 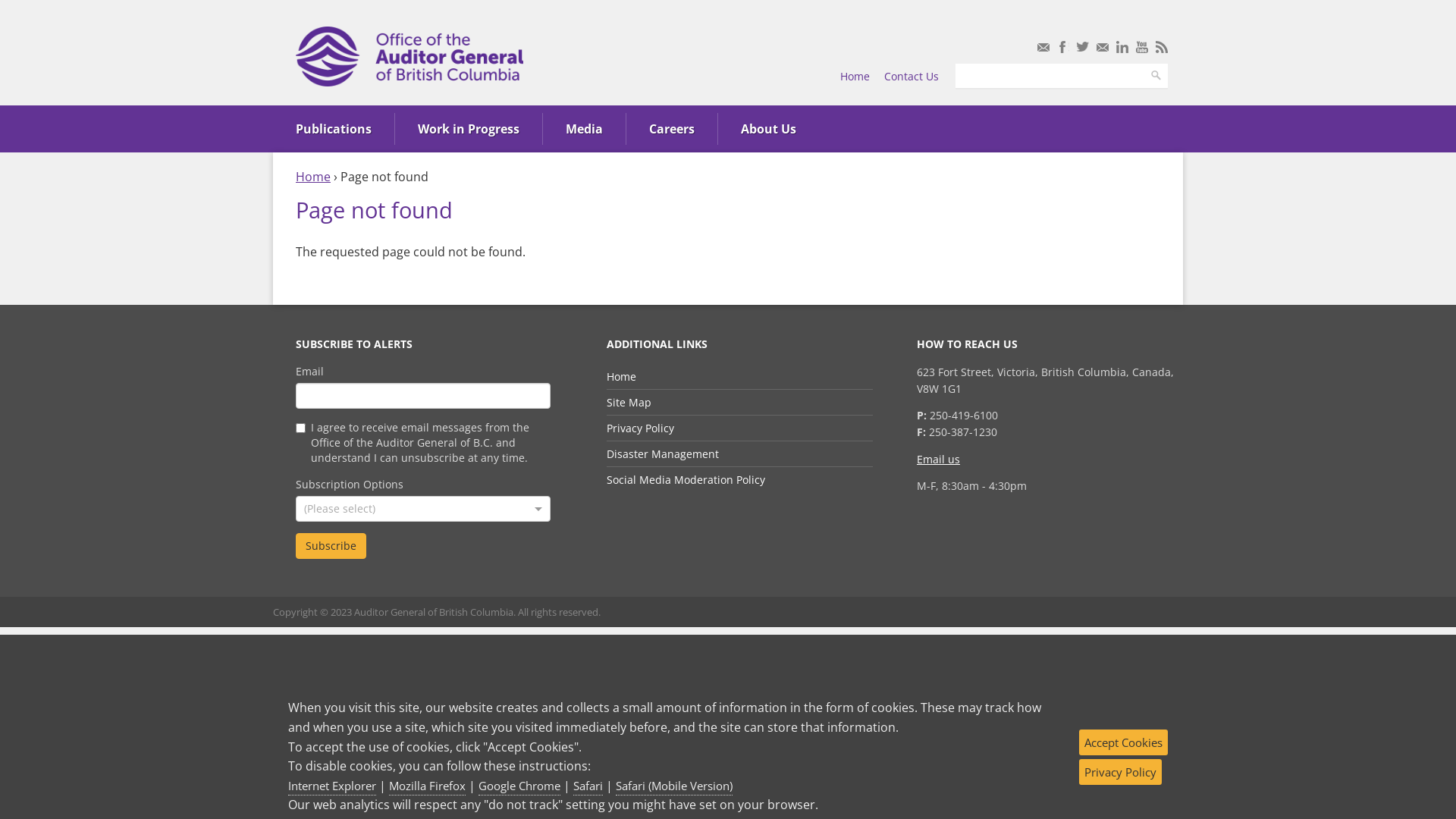 I want to click on 'Find us on Instagram', so click(x=1103, y=45).